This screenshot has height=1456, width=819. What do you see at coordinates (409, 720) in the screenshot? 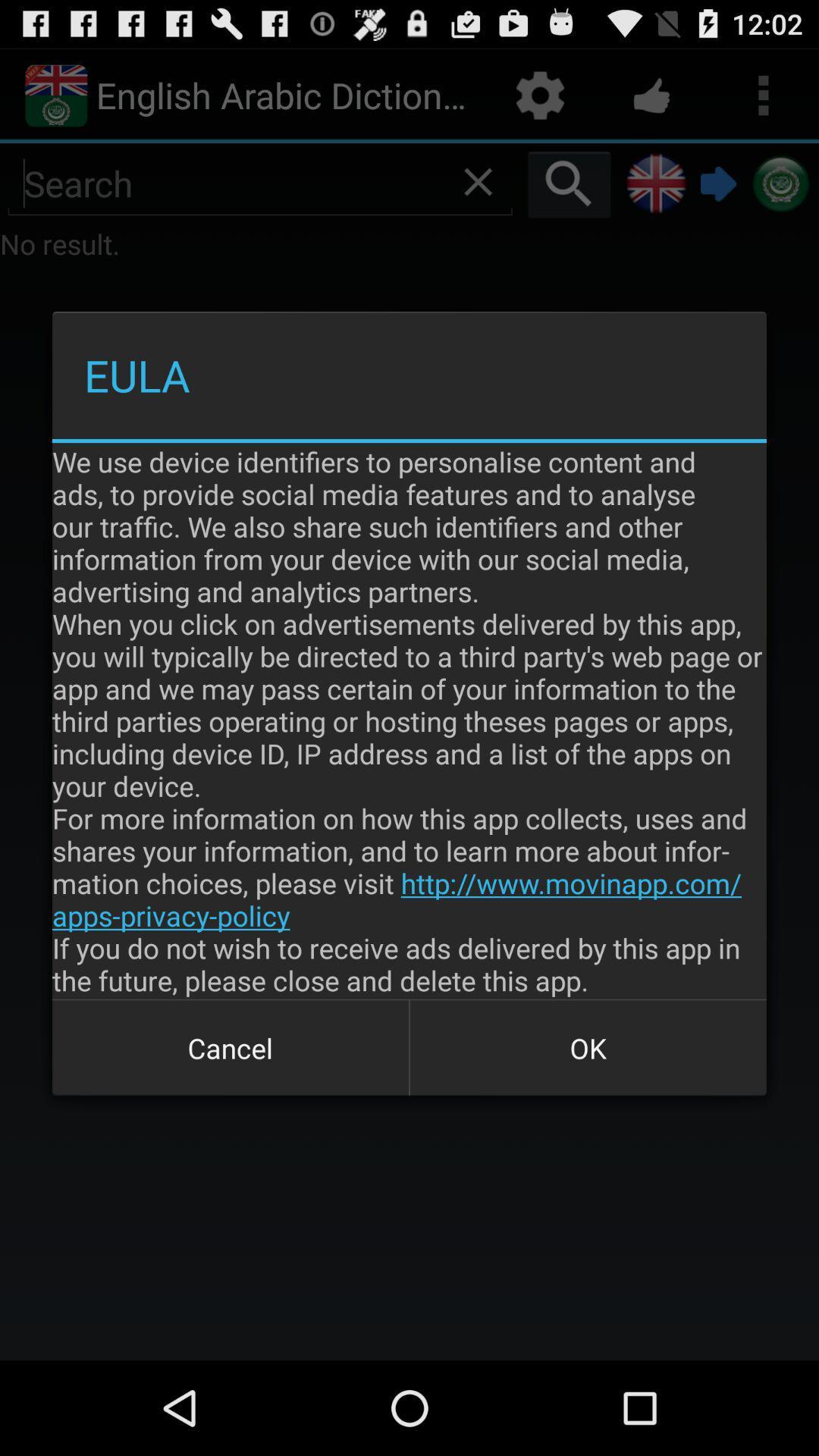
I see `the we use device app` at bounding box center [409, 720].